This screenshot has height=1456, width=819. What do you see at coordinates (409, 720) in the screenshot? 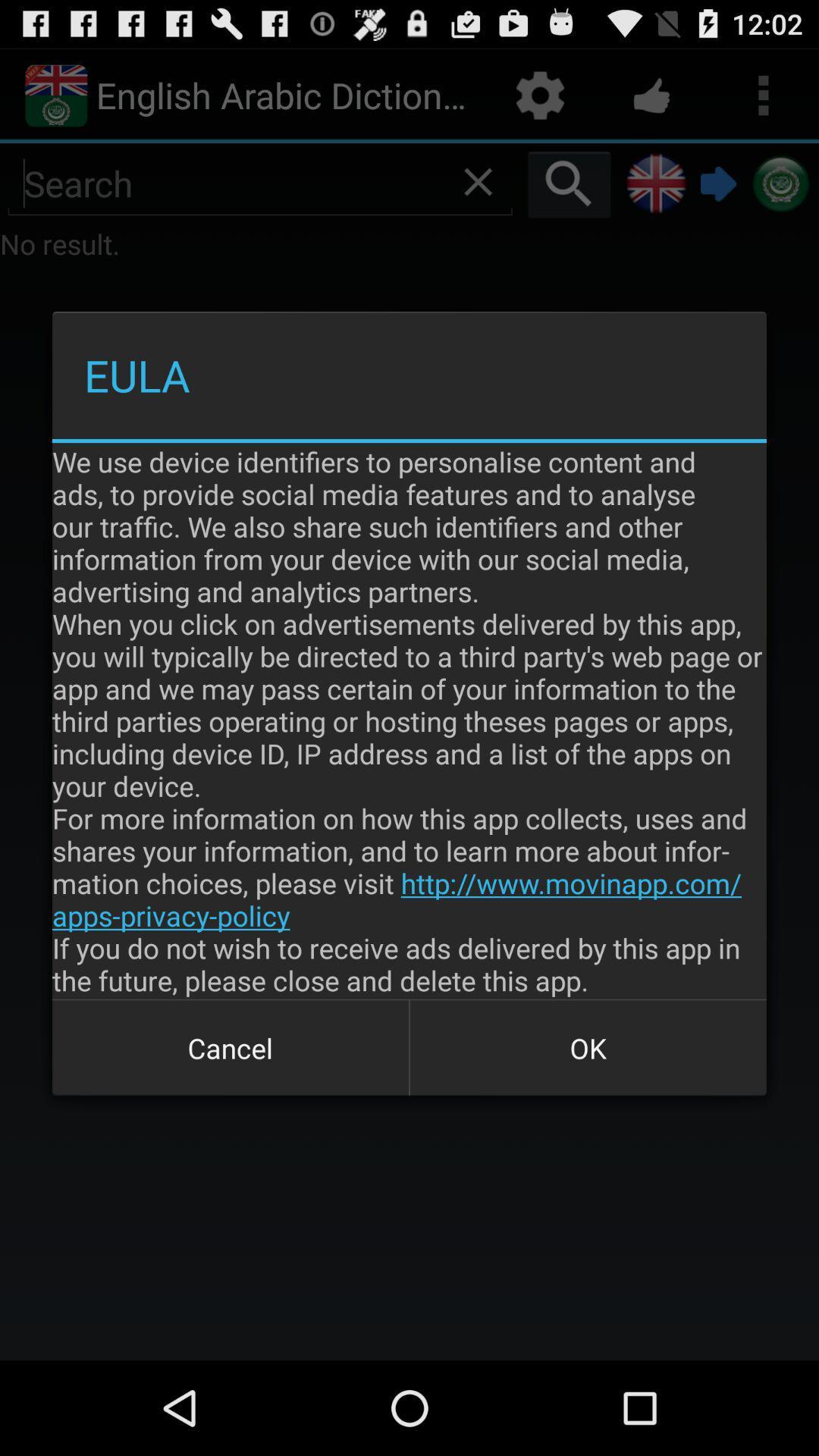
I see `the we use device app` at bounding box center [409, 720].